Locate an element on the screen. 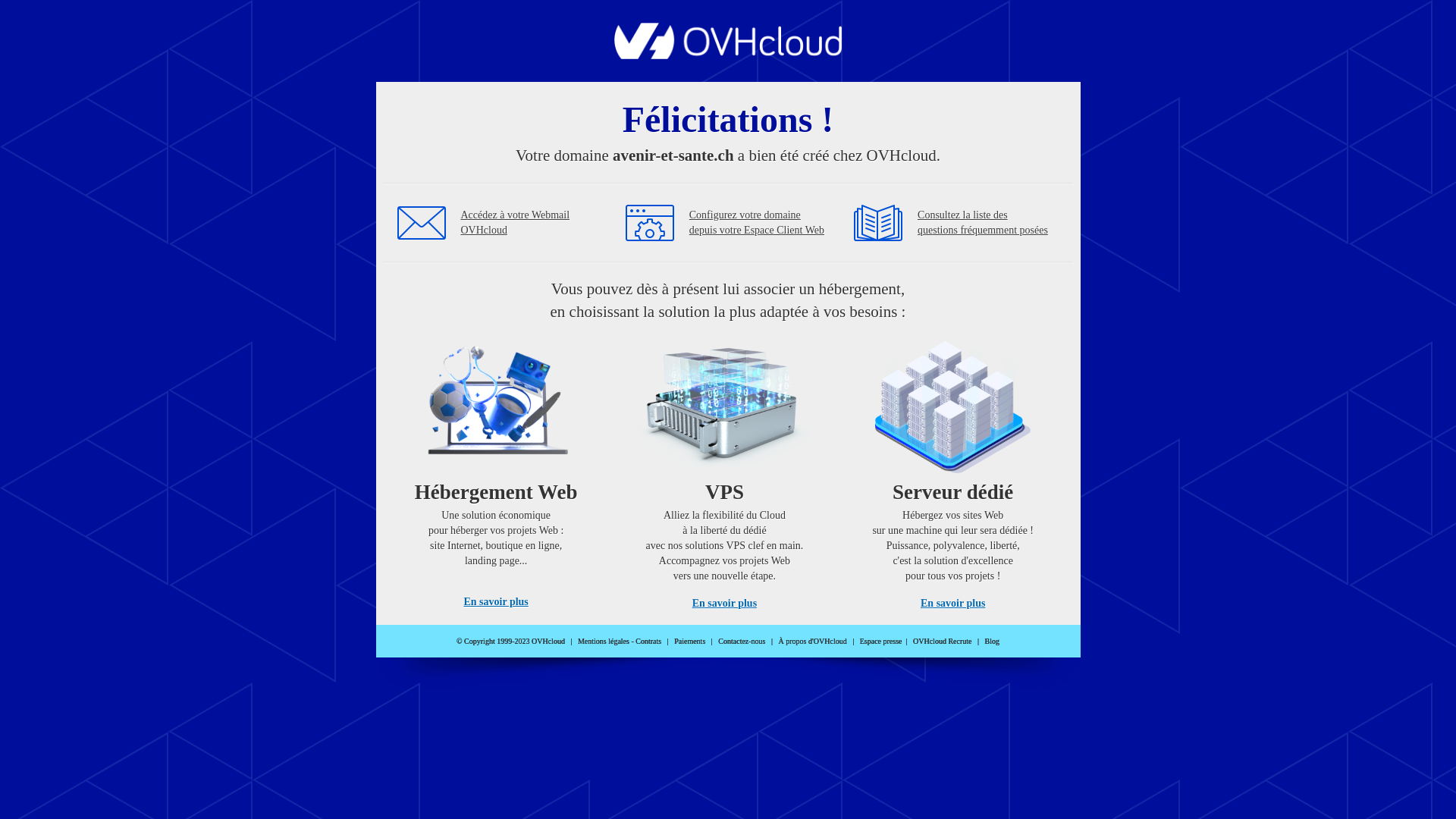  'En savoir plus' is located at coordinates (952, 602).